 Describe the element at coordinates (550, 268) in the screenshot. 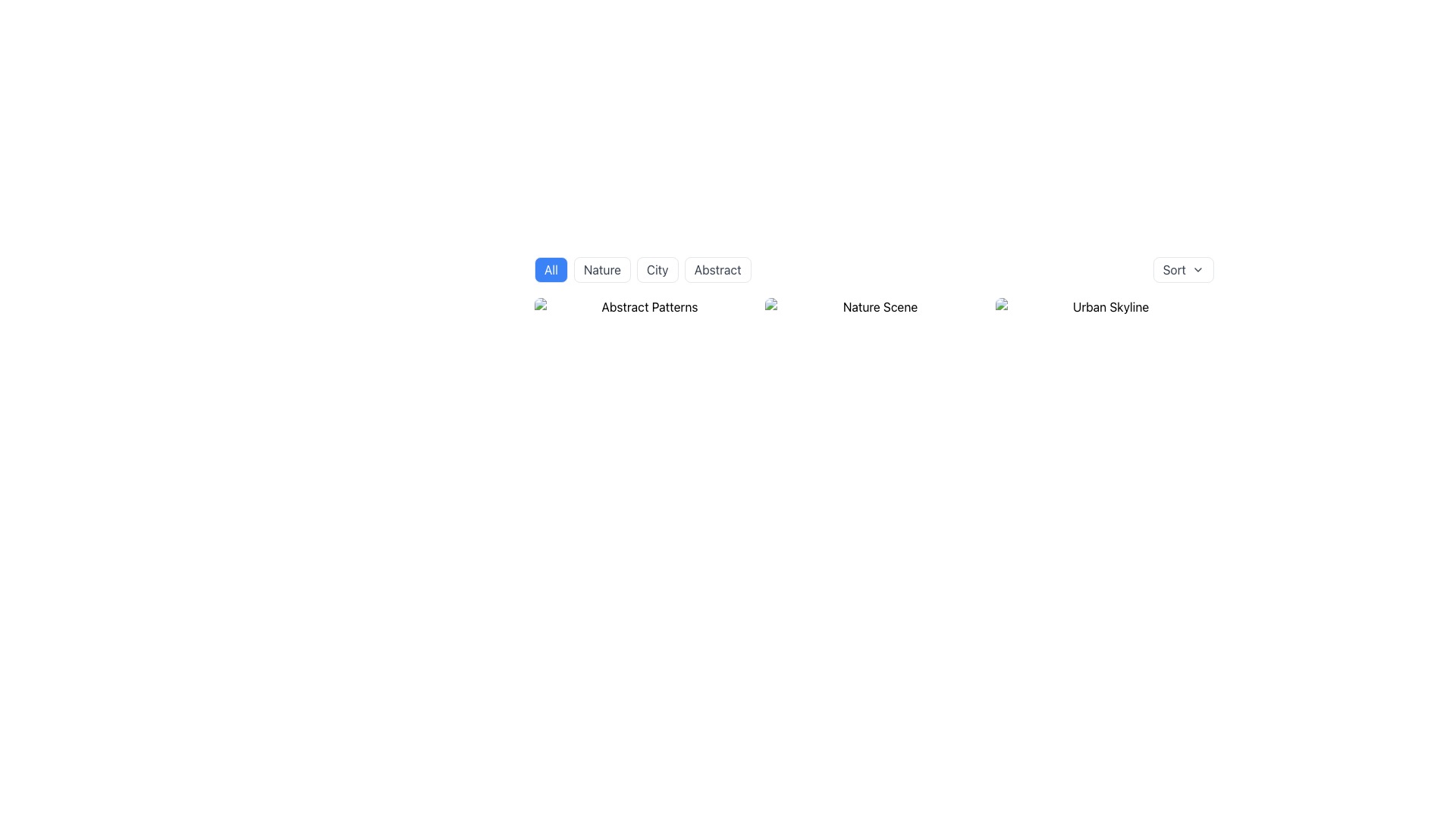

I see `the 'All' button with rounded corners and a blue background` at that location.